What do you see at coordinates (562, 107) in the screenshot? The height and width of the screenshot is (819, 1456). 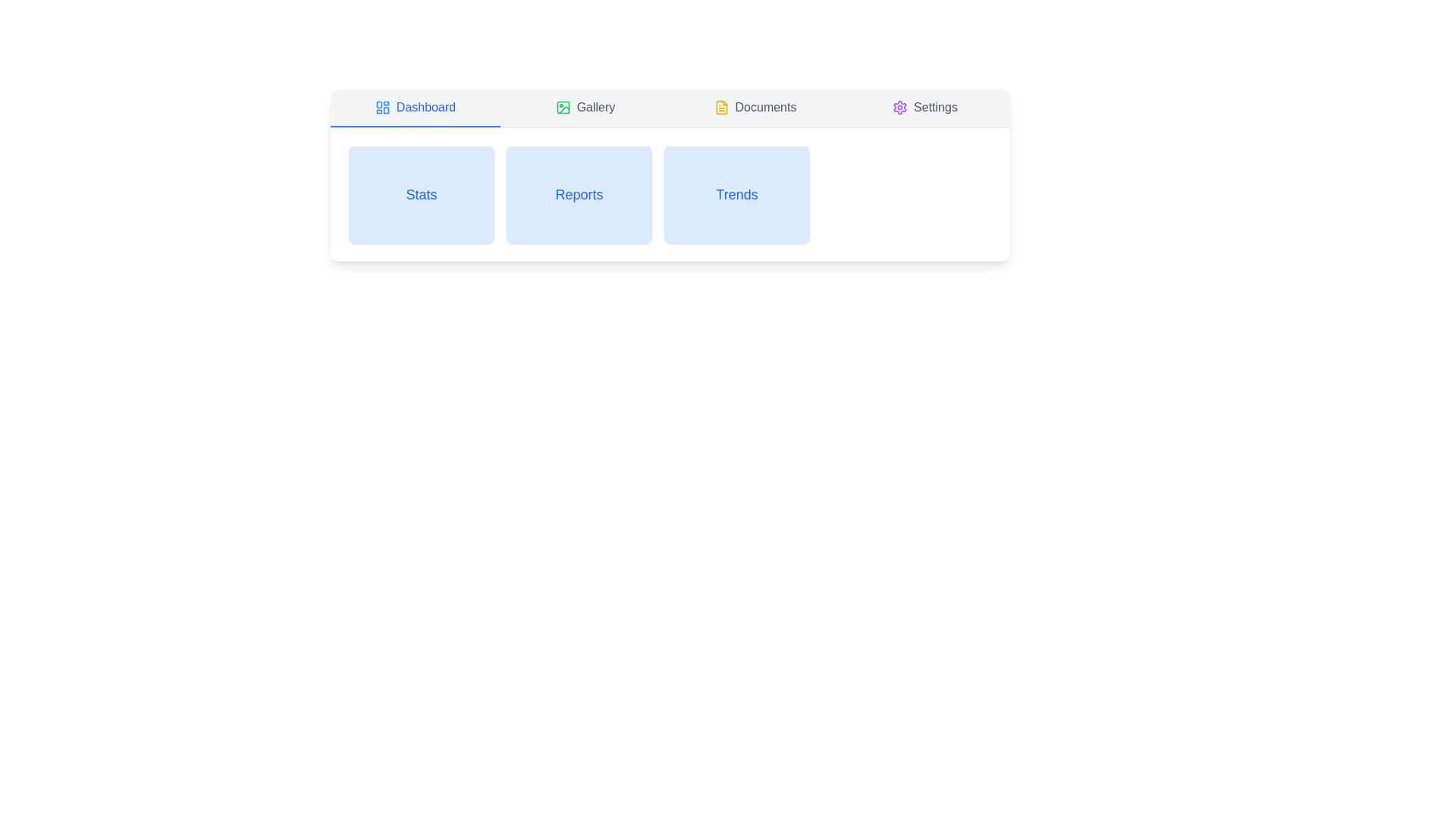 I see `the decorative SVG sub-element within the icon located to the left of the 'Gallery' menu text in the top navigation bar` at bounding box center [562, 107].